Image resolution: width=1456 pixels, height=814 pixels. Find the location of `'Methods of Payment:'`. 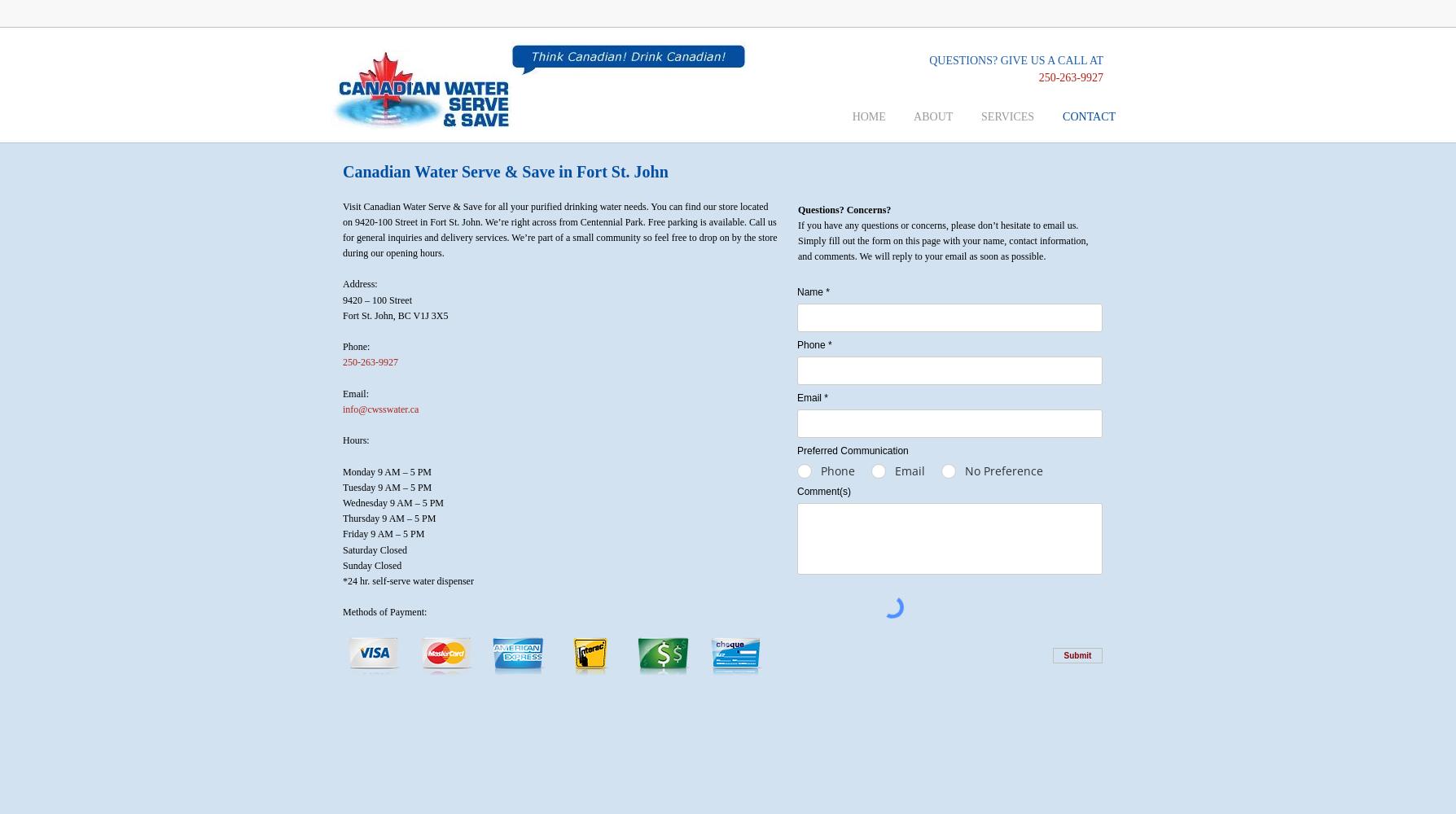

'Methods of Payment:' is located at coordinates (384, 612).